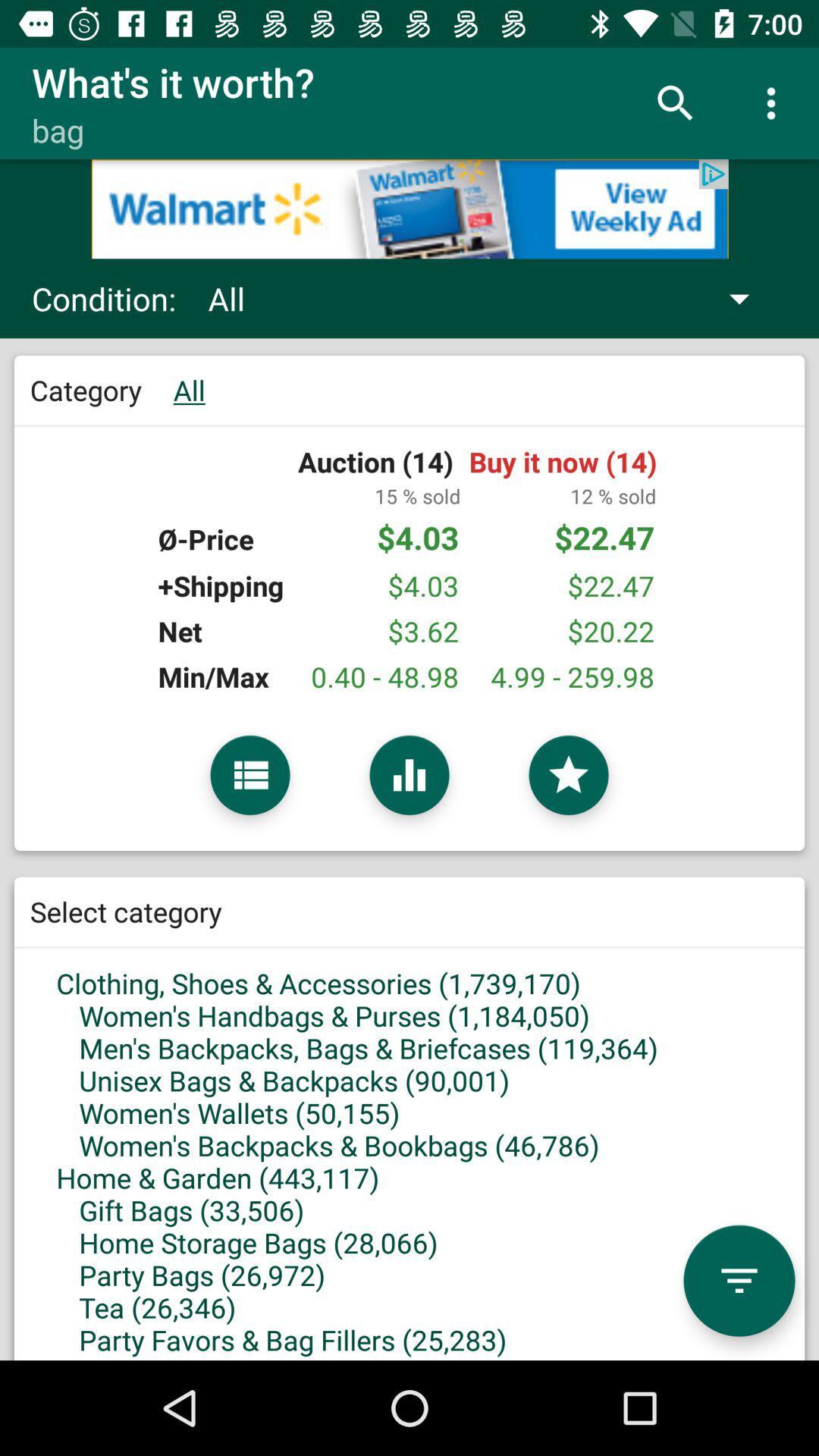  I want to click on the filter_list icon, so click(739, 1280).